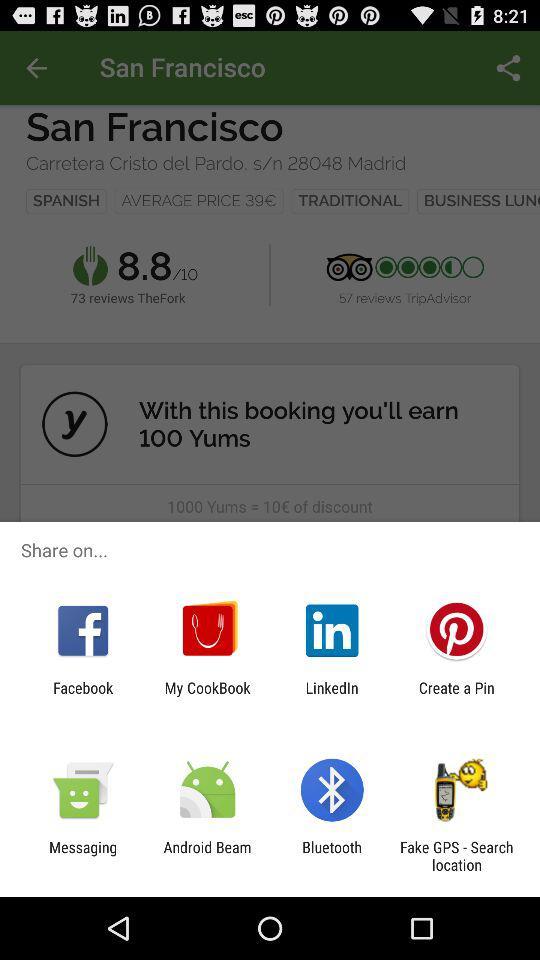 This screenshot has width=540, height=960. Describe the element at coordinates (456, 855) in the screenshot. I see `the fake gps search app` at that location.